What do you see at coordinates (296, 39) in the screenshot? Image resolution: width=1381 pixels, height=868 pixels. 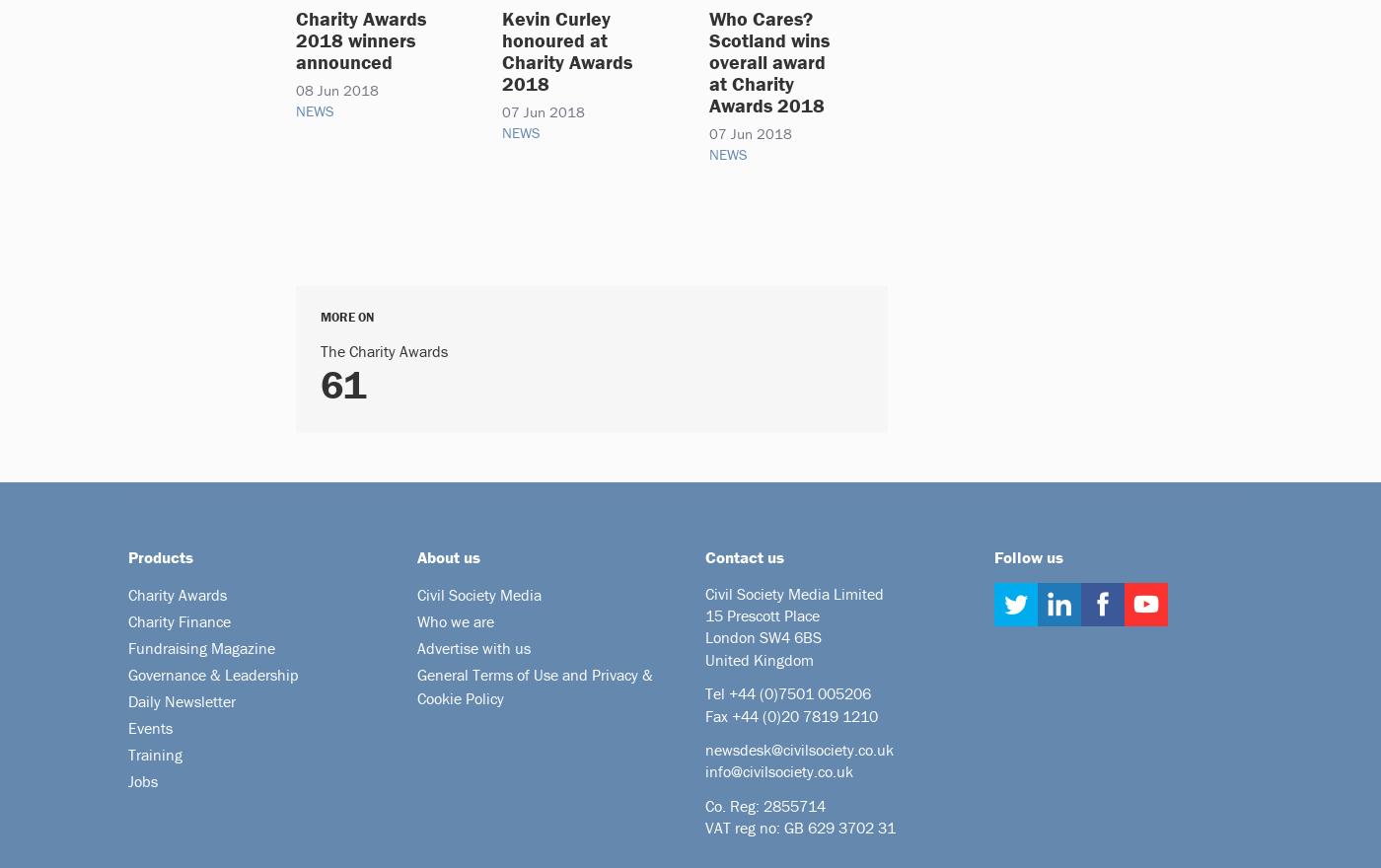 I see `'Charity Awards 2018 winners announced'` at bounding box center [296, 39].